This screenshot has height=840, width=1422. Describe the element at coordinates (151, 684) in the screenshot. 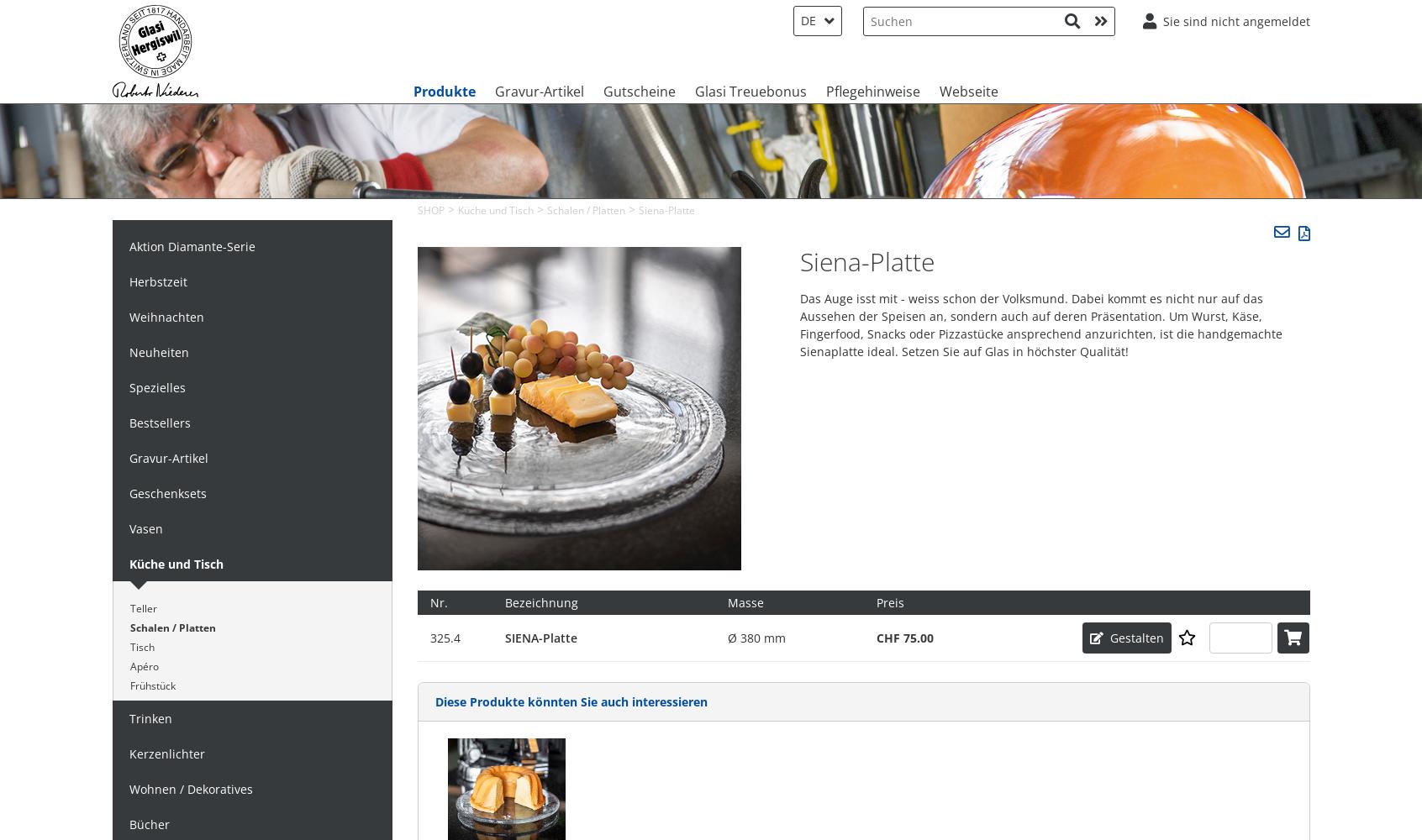

I see `'Frühstück'` at that location.